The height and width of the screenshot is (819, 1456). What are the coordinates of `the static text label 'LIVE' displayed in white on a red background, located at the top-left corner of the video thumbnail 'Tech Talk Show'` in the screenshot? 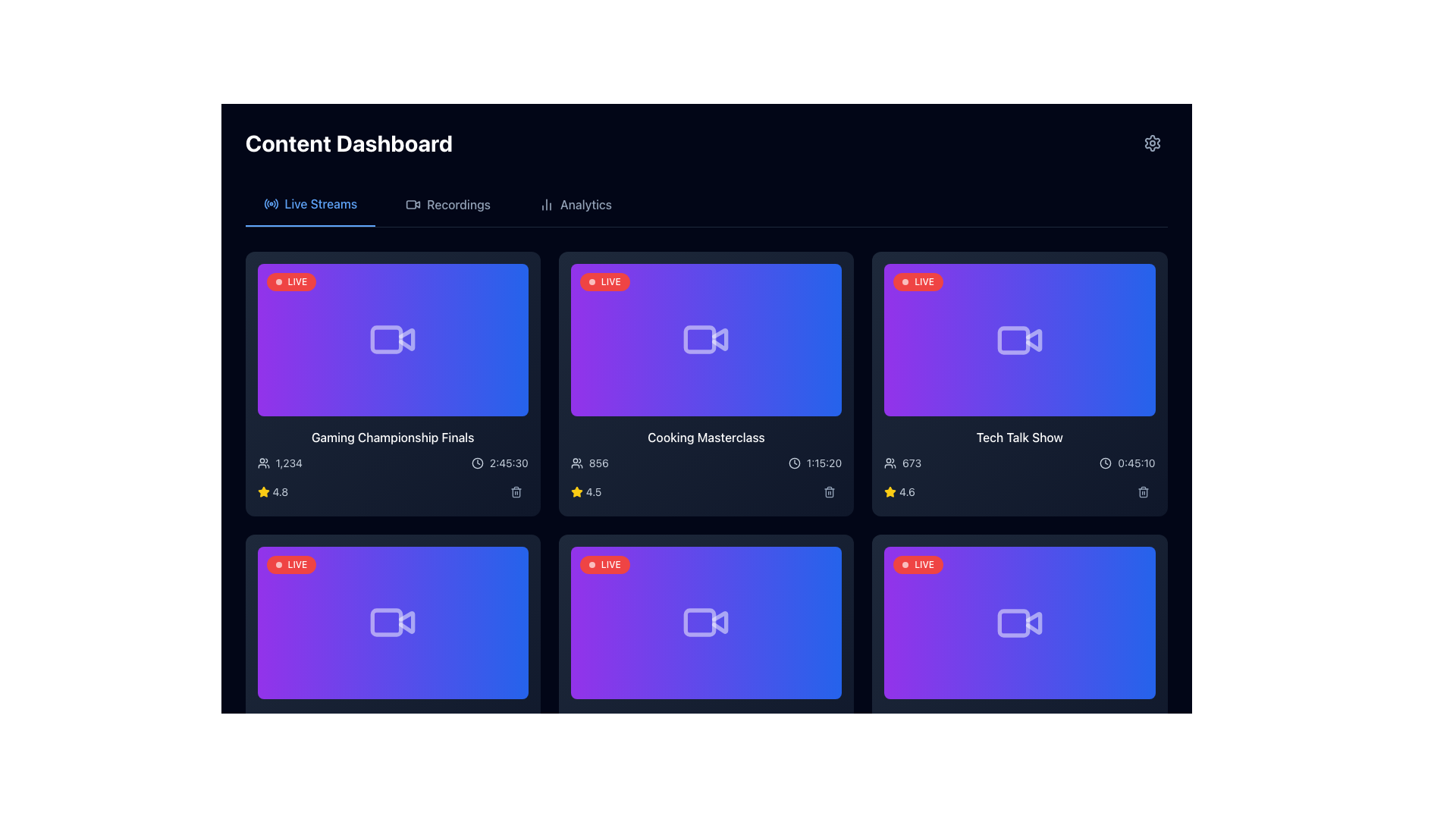 It's located at (924, 281).